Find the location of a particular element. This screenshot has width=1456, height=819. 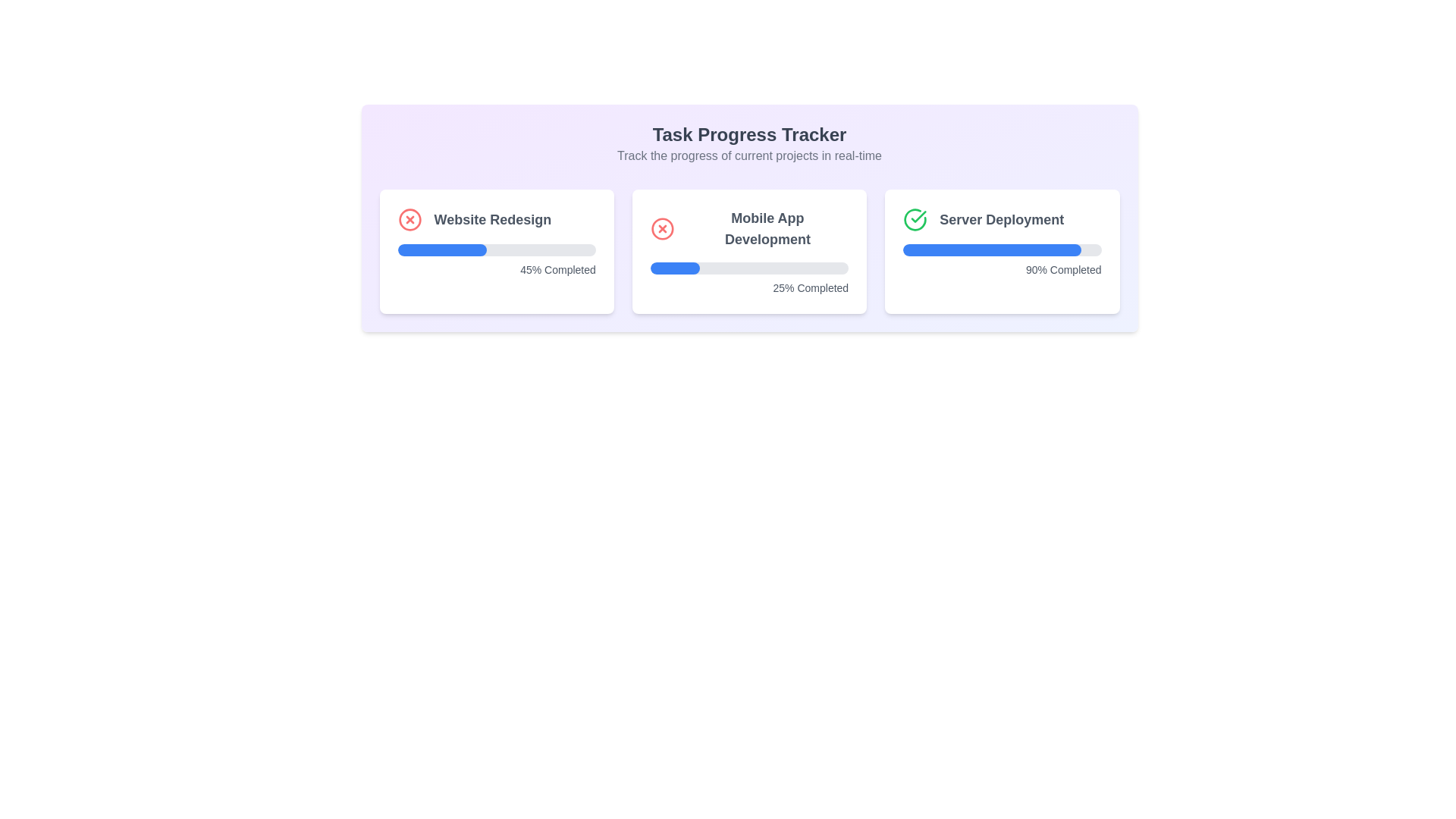

the progress bar indicating the progress of the 'Server Deployment' task, located below the title 'Server Deployment' and above the '90% Completed' label is located at coordinates (1002, 249).